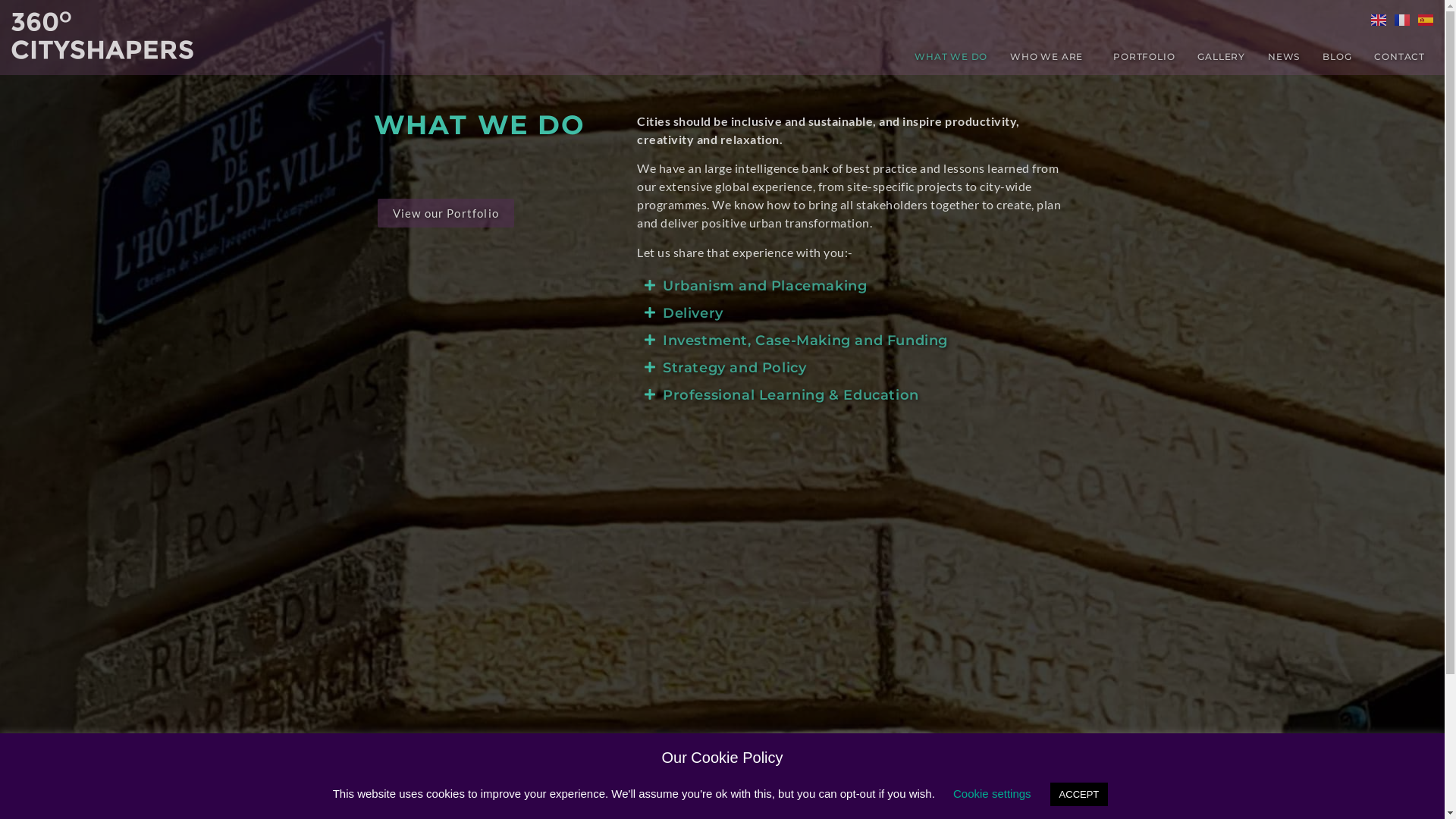  What do you see at coordinates (445, 213) in the screenshot?
I see `'View our Portfolio'` at bounding box center [445, 213].